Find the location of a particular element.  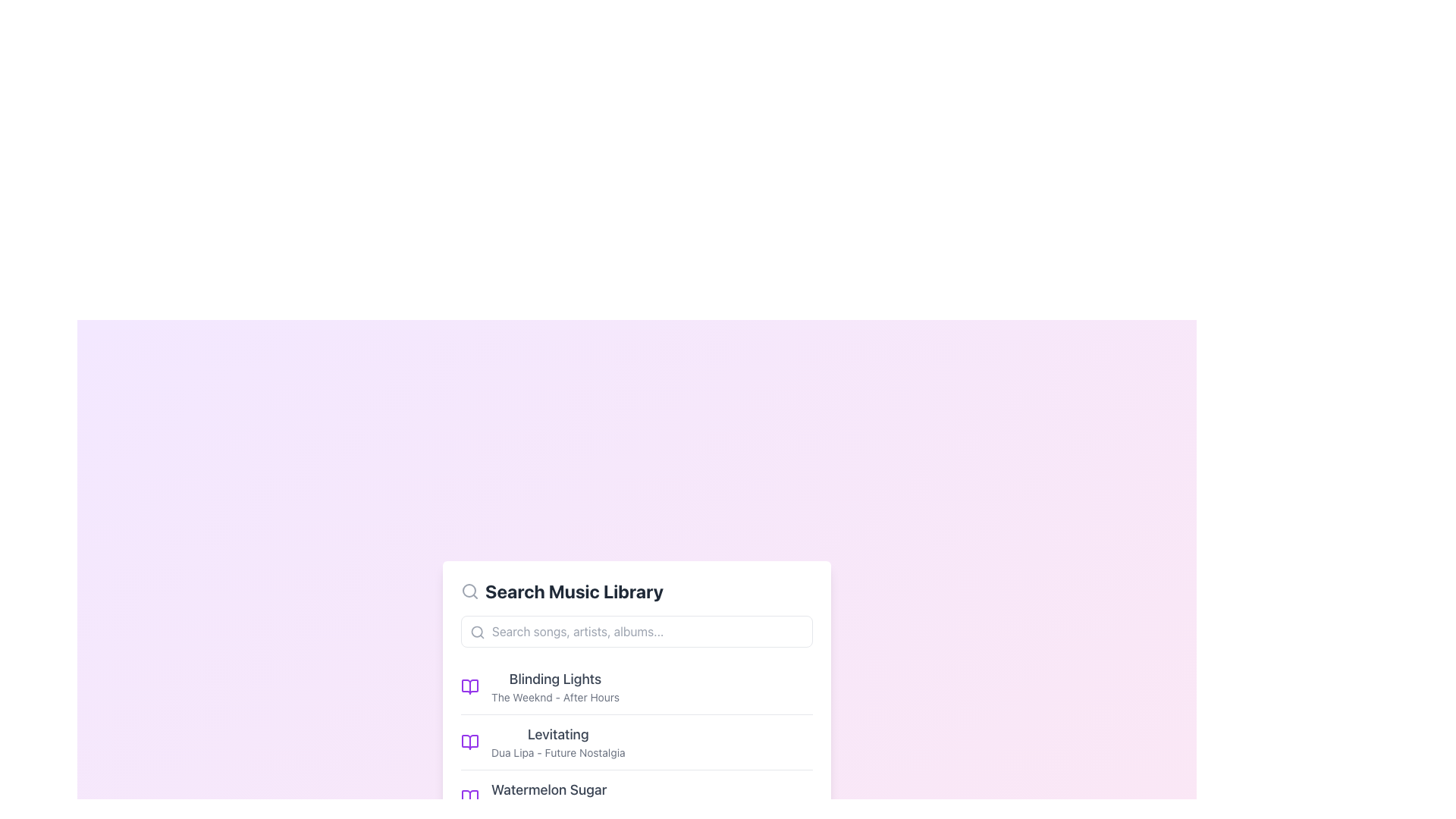

the text input field for searching songs, artists, albums to observe the visual change is located at coordinates (637, 631).